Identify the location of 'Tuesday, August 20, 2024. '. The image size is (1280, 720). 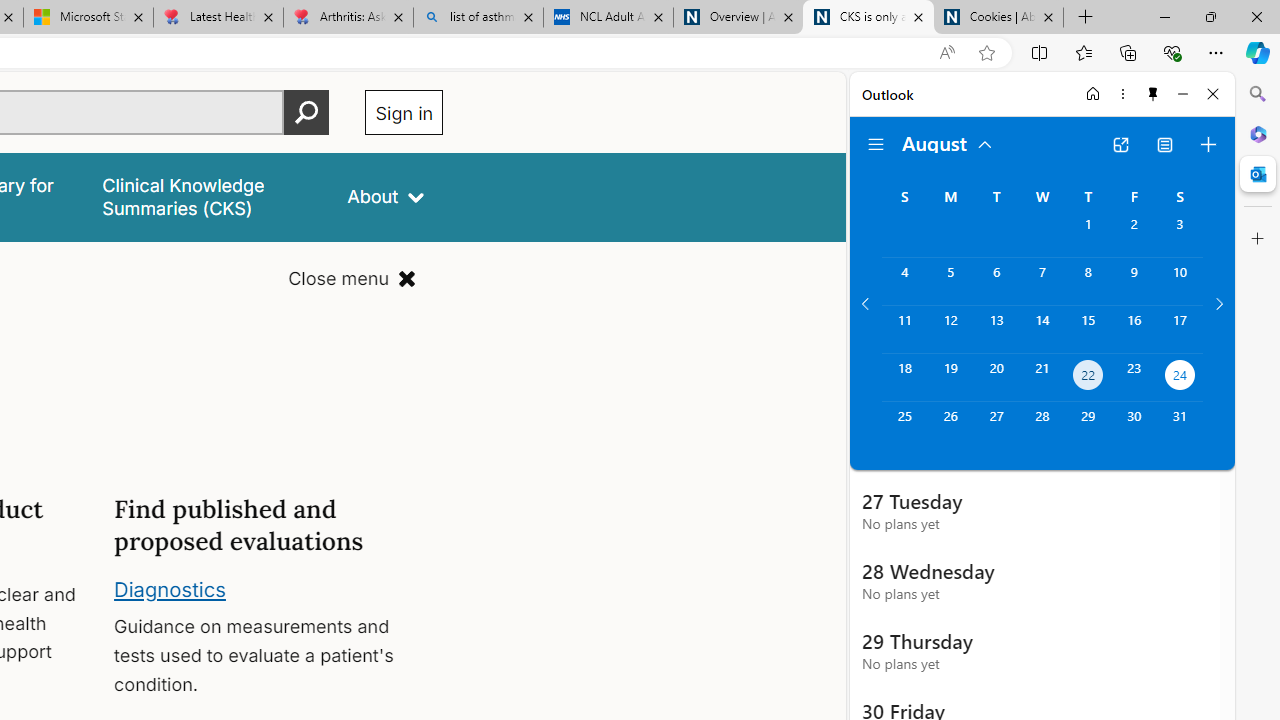
(996, 377).